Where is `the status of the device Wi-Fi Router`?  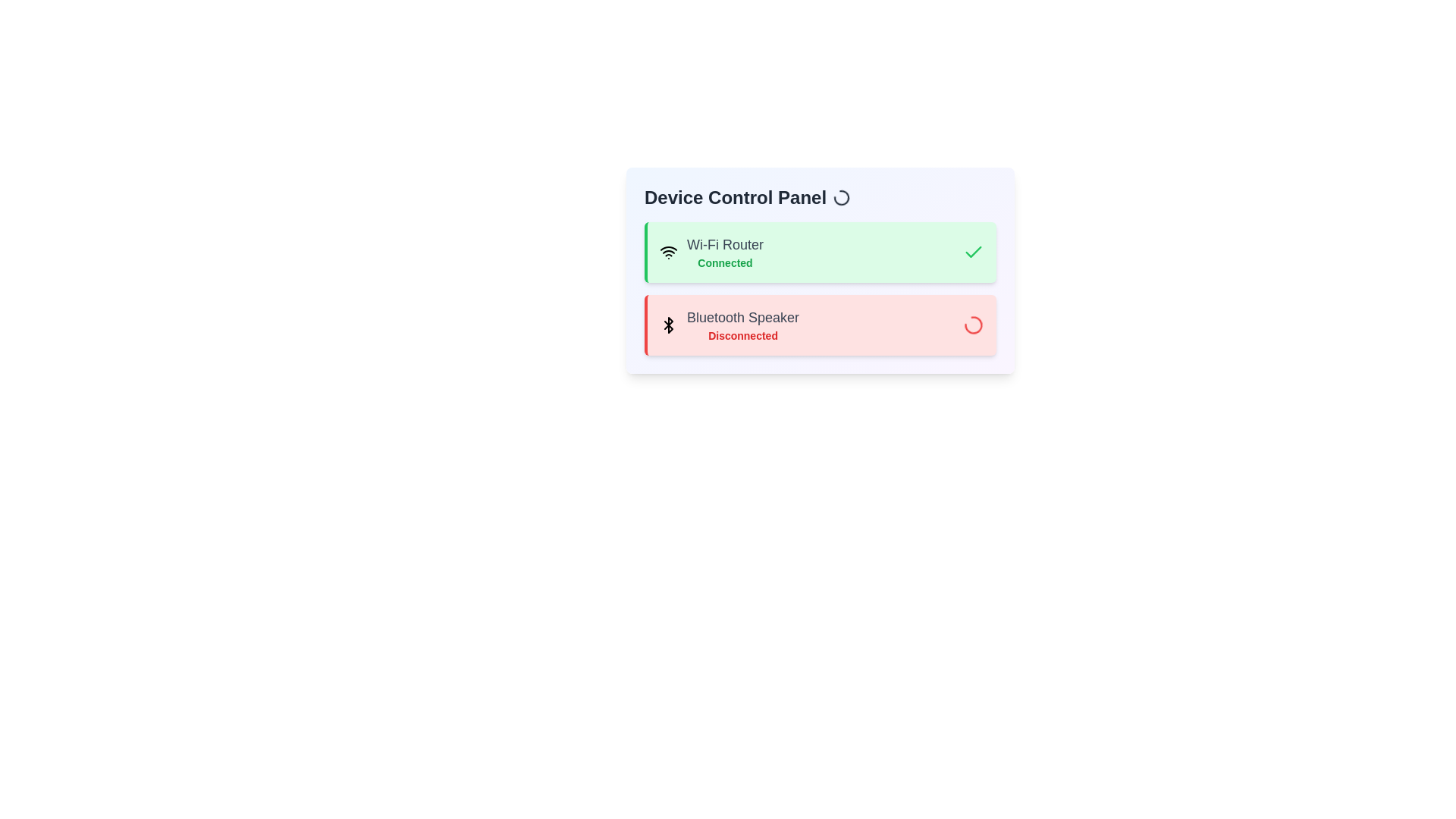 the status of the device Wi-Fi Router is located at coordinates (819, 251).